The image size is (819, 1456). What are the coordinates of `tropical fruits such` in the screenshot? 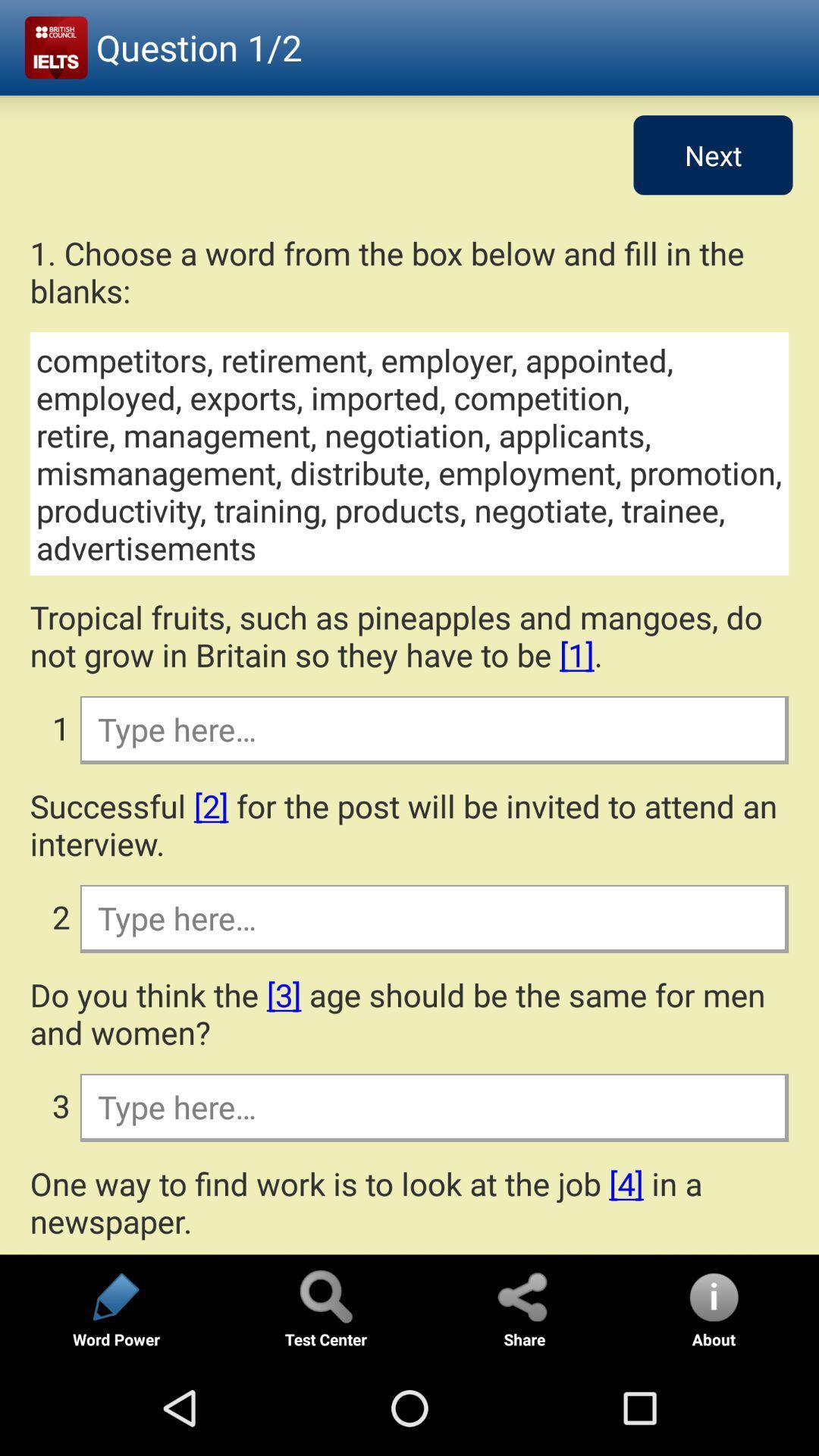 It's located at (409, 635).